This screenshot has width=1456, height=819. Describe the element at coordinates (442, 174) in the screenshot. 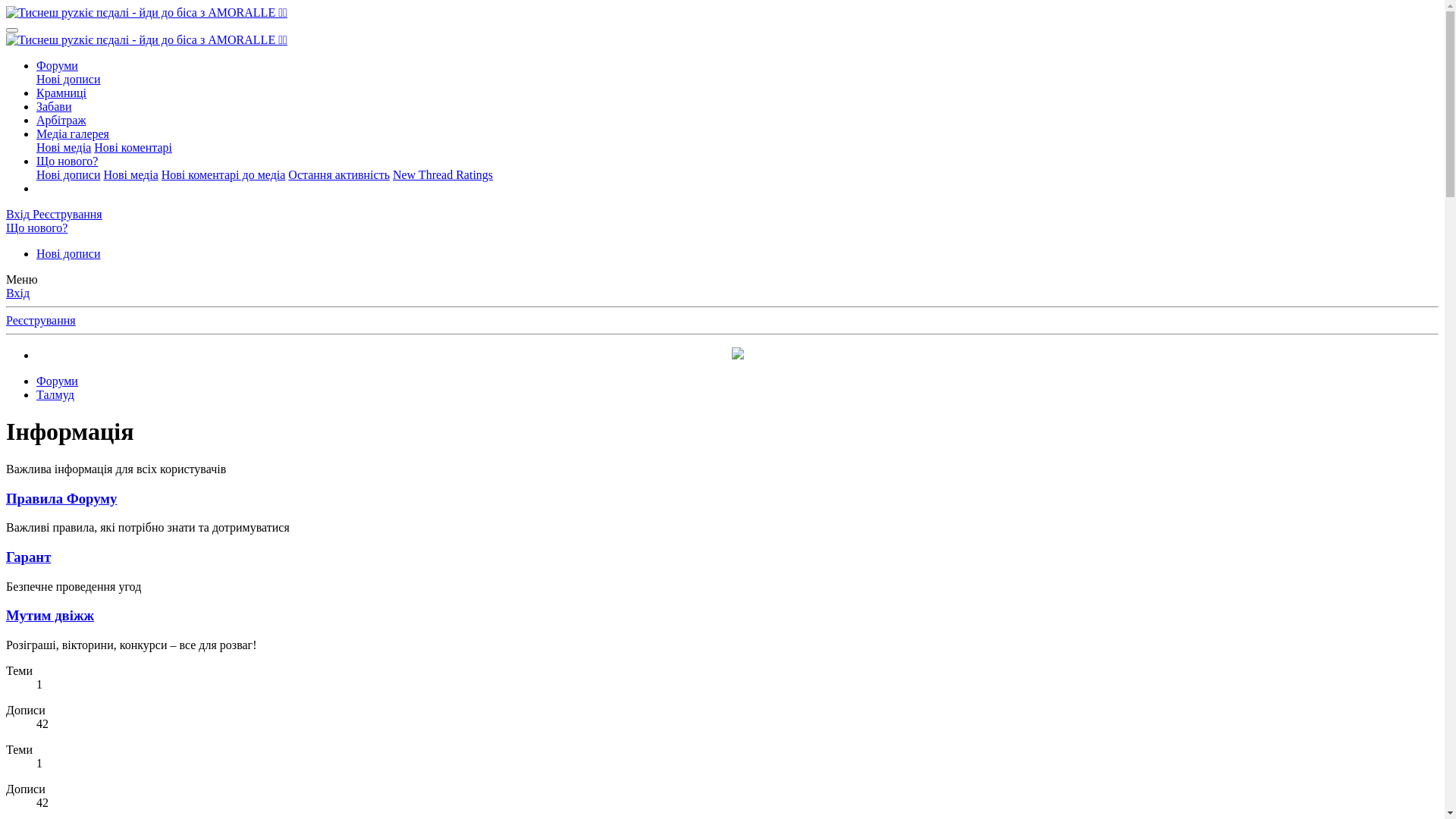

I see `'New Thread Ratings'` at that location.